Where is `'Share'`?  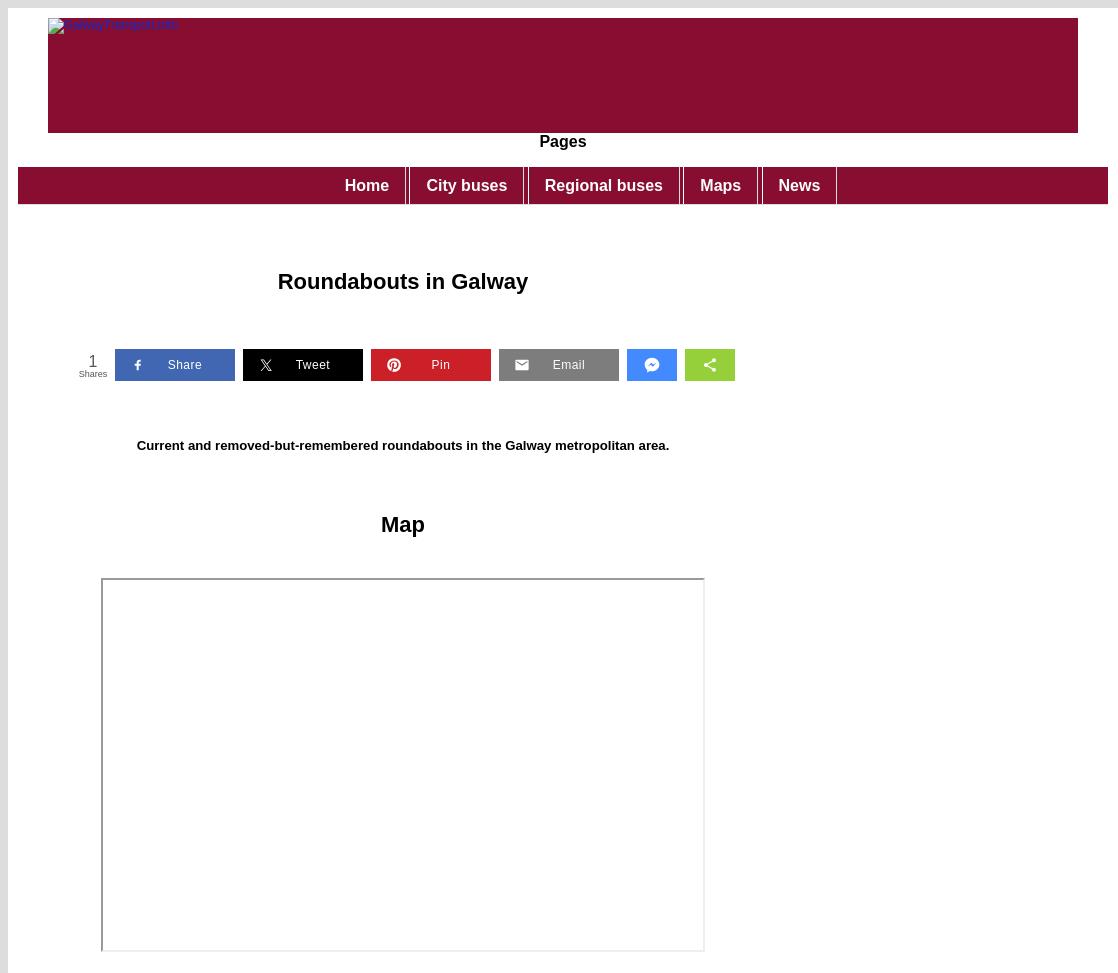 'Share' is located at coordinates (184, 362).